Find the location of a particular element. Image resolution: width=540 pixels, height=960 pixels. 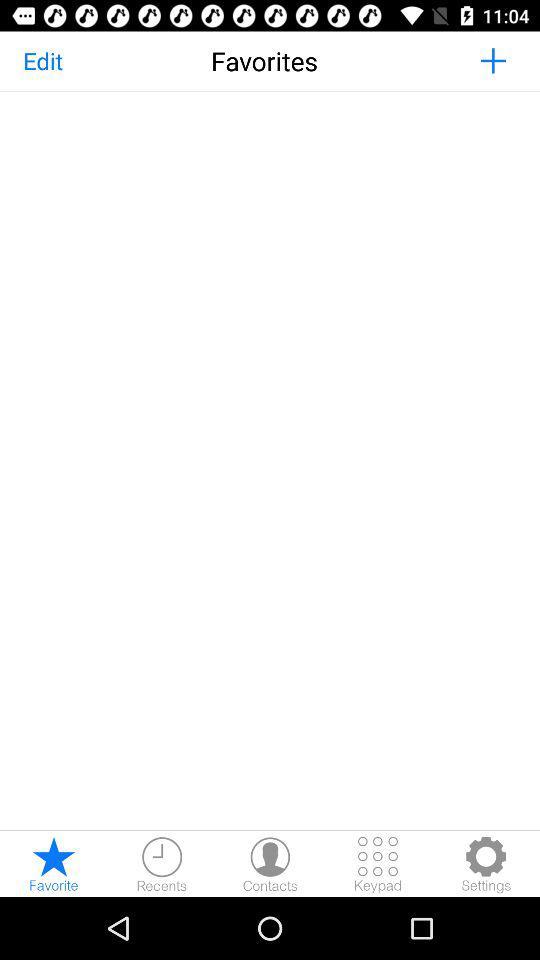

make a favorite is located at coordinates (54, 863).